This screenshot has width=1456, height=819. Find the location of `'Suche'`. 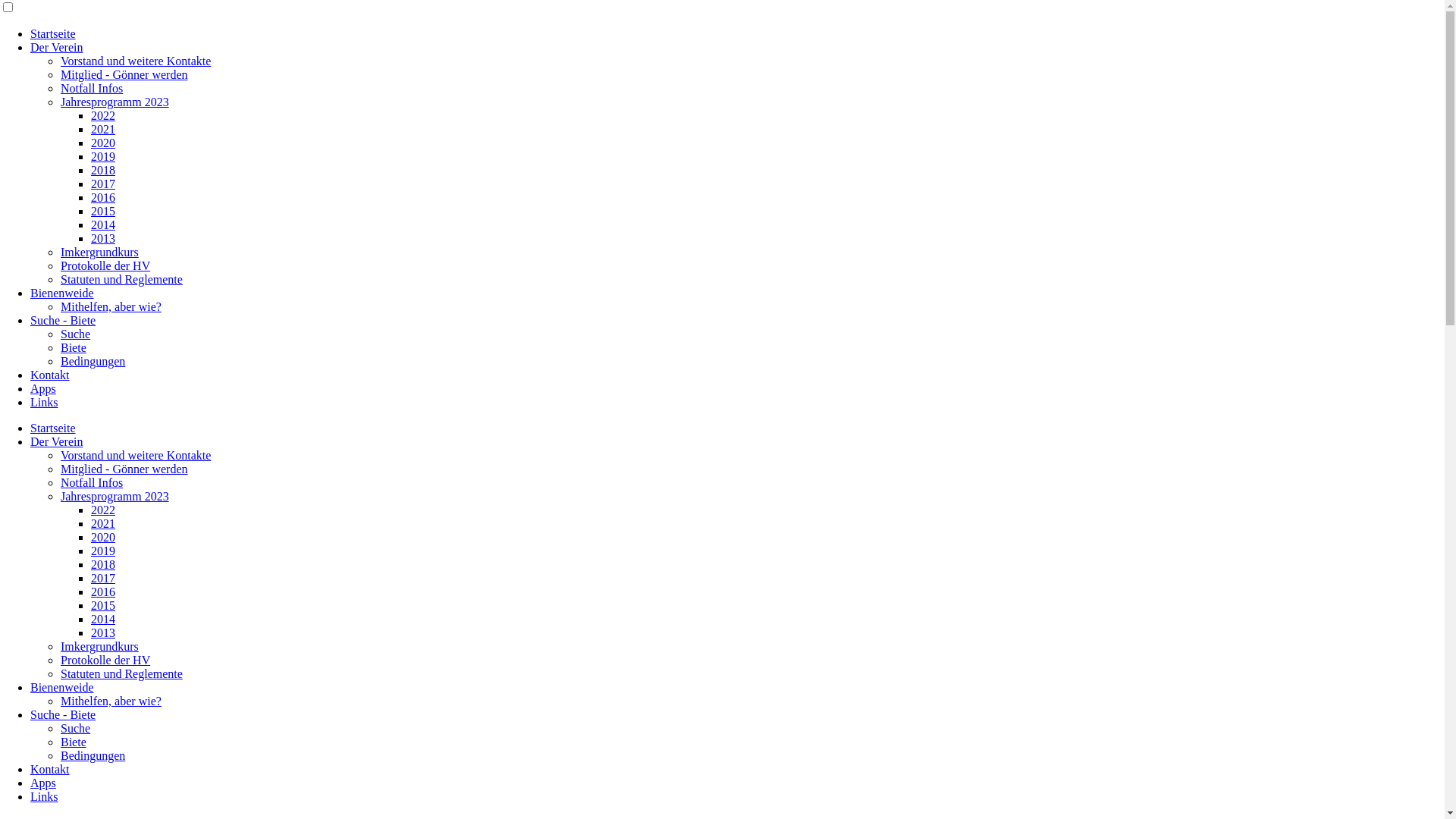

'Suche' is located at coordinates (74, 333).